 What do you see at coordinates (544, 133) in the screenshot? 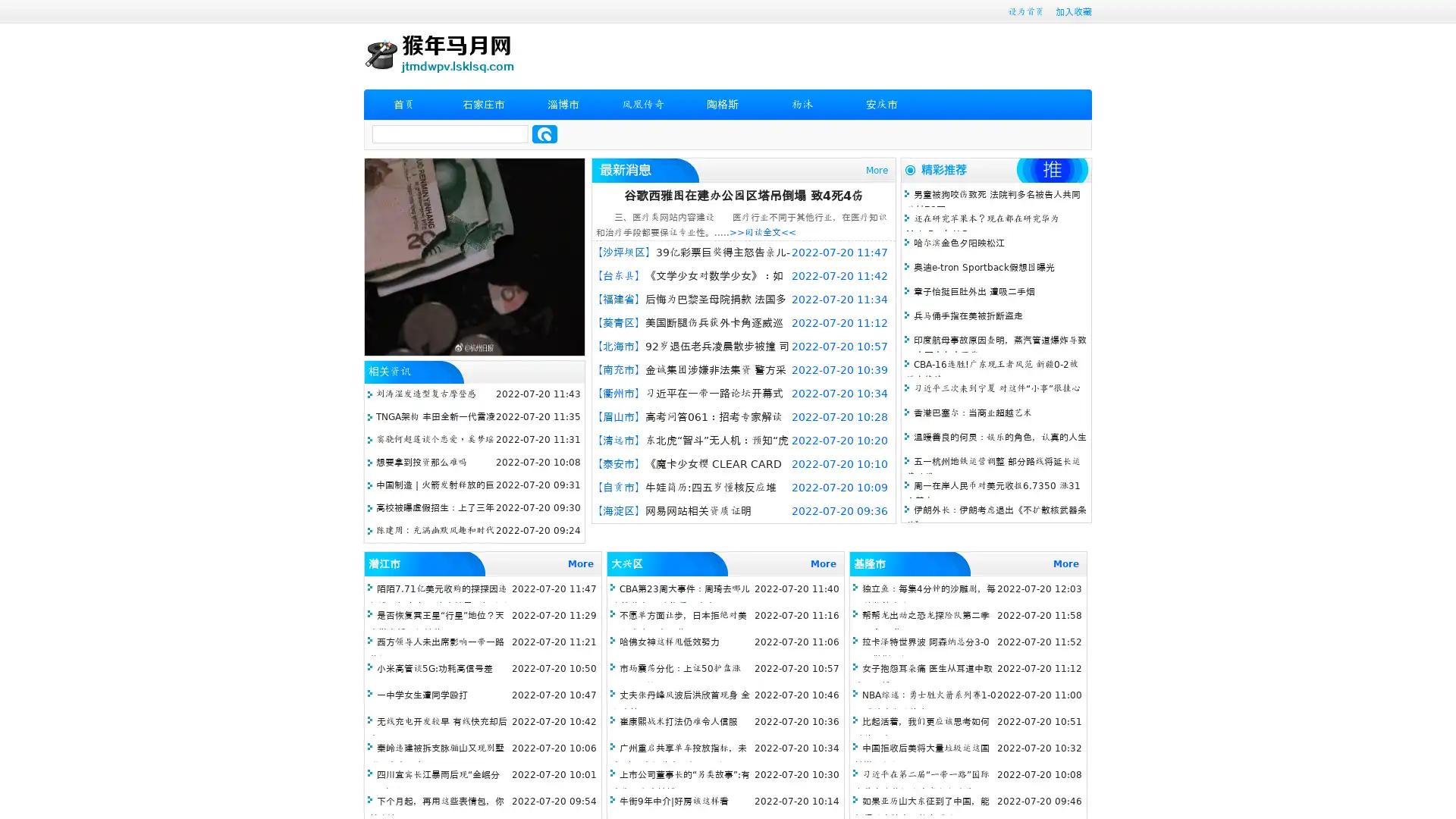
I see `Search` at bounding box center [544, 133].